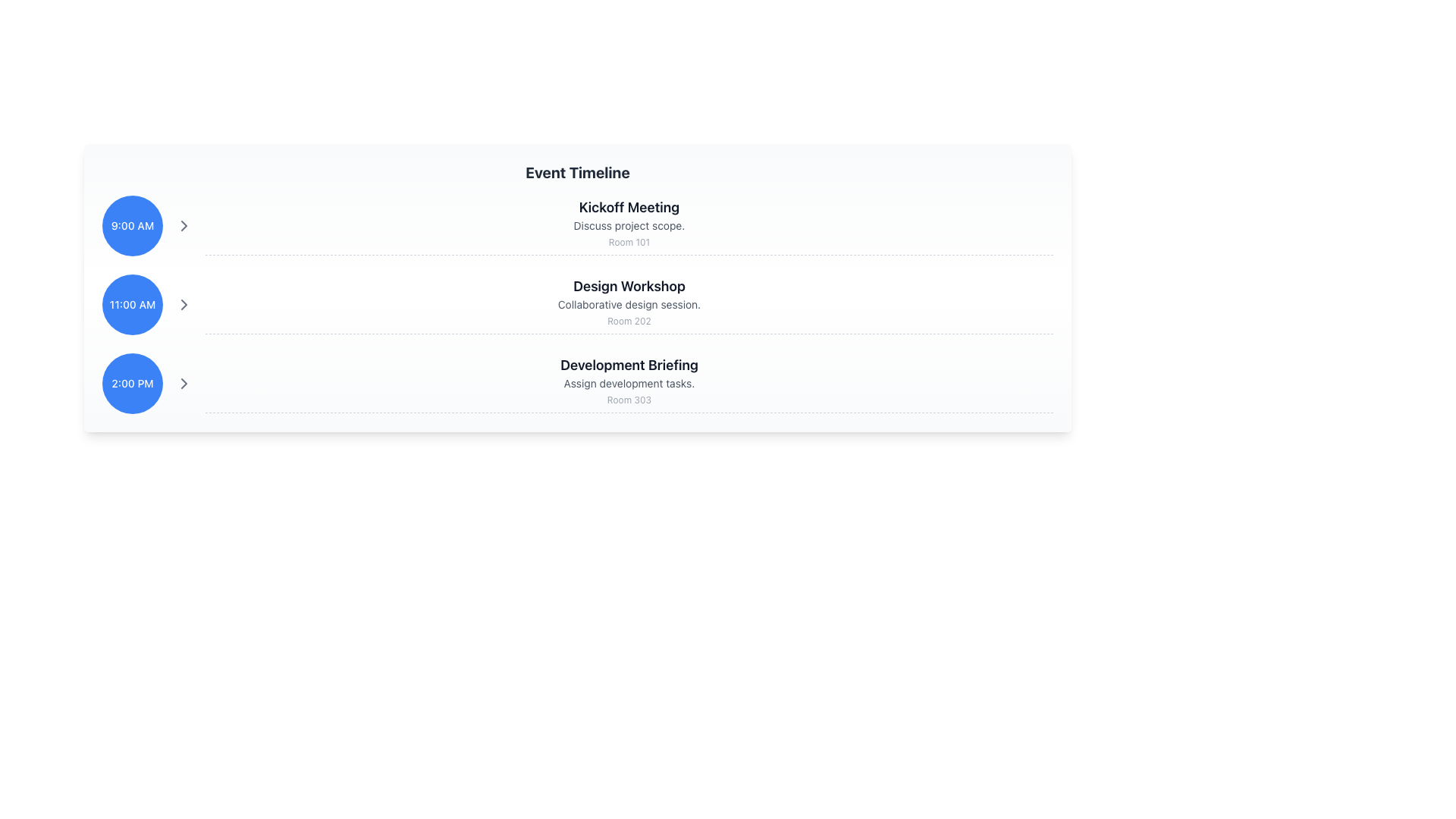 Image resolution: width=1456 pixels, height=819 pixels. What do you see at coordinates (132, 225) in the screenshot?
I see `the first circular button in the timeline interface that indicates the time '9:00 AM' to interact with the associated event` at bounding box center [132, 225].